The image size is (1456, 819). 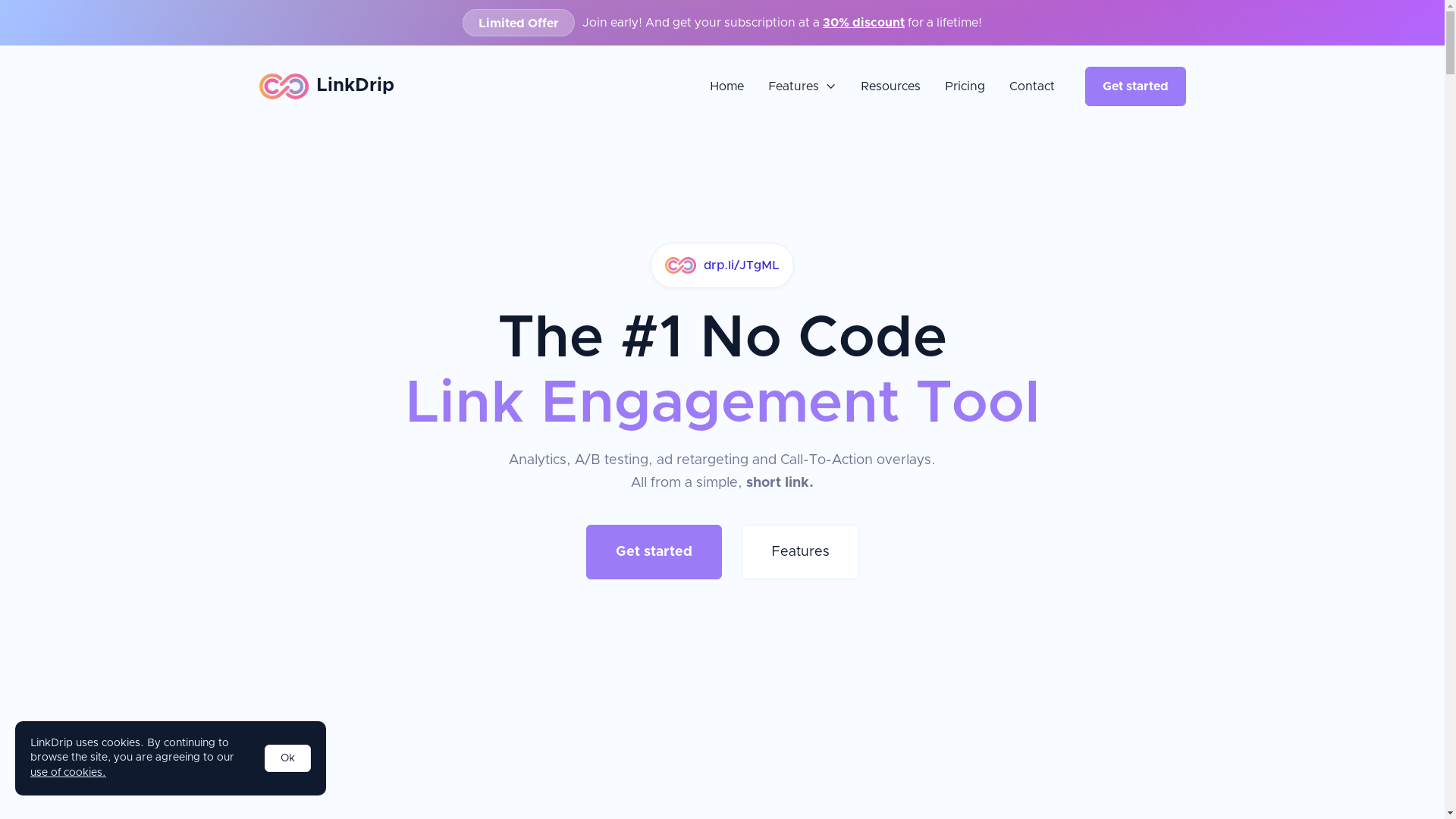 What do you see at coordinates (1031, 86) in the screenshot?
I see `'Contact'` at bounding box center [1031, 86].